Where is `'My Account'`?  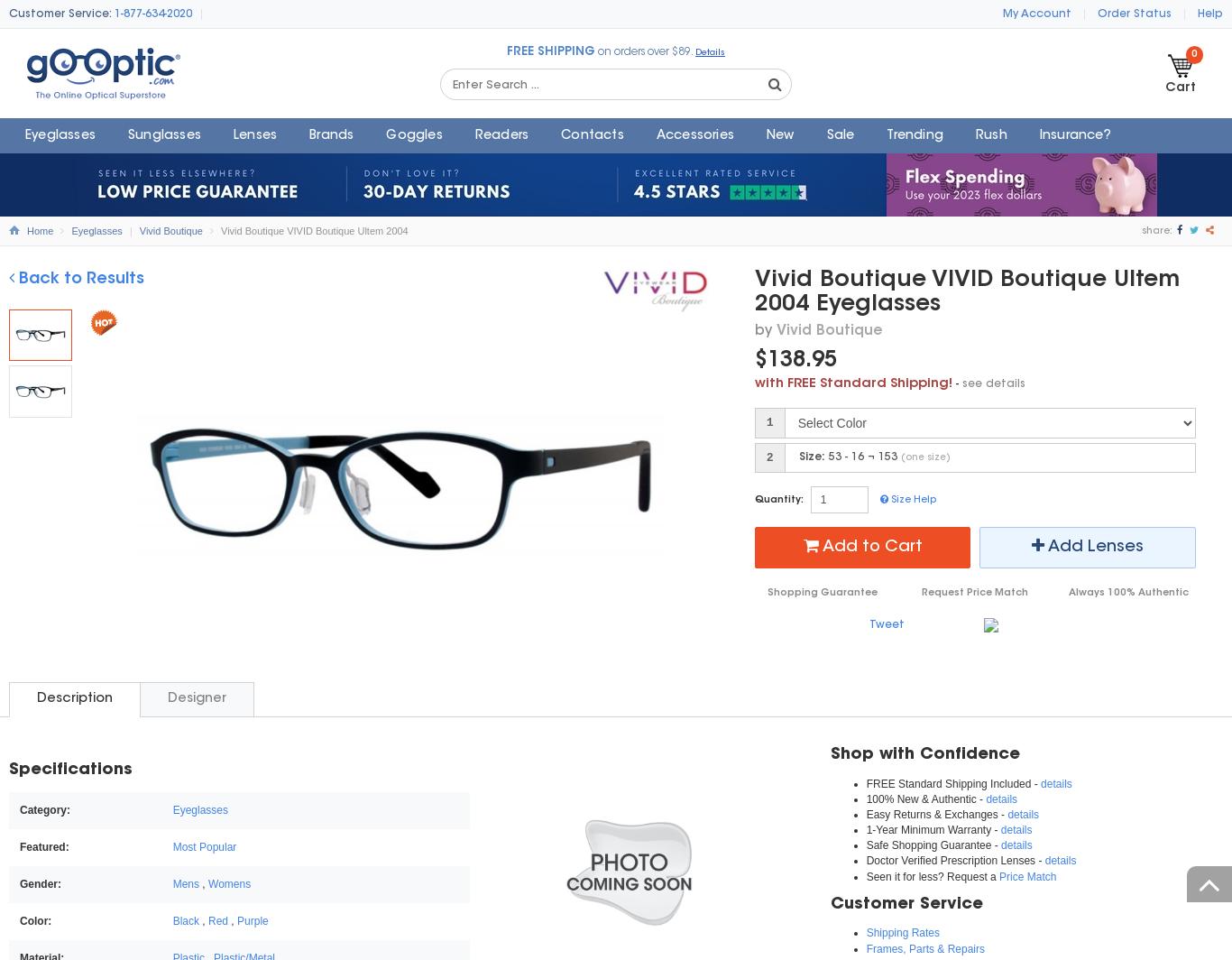 'My Account' is located at coordinates (1037, 14).